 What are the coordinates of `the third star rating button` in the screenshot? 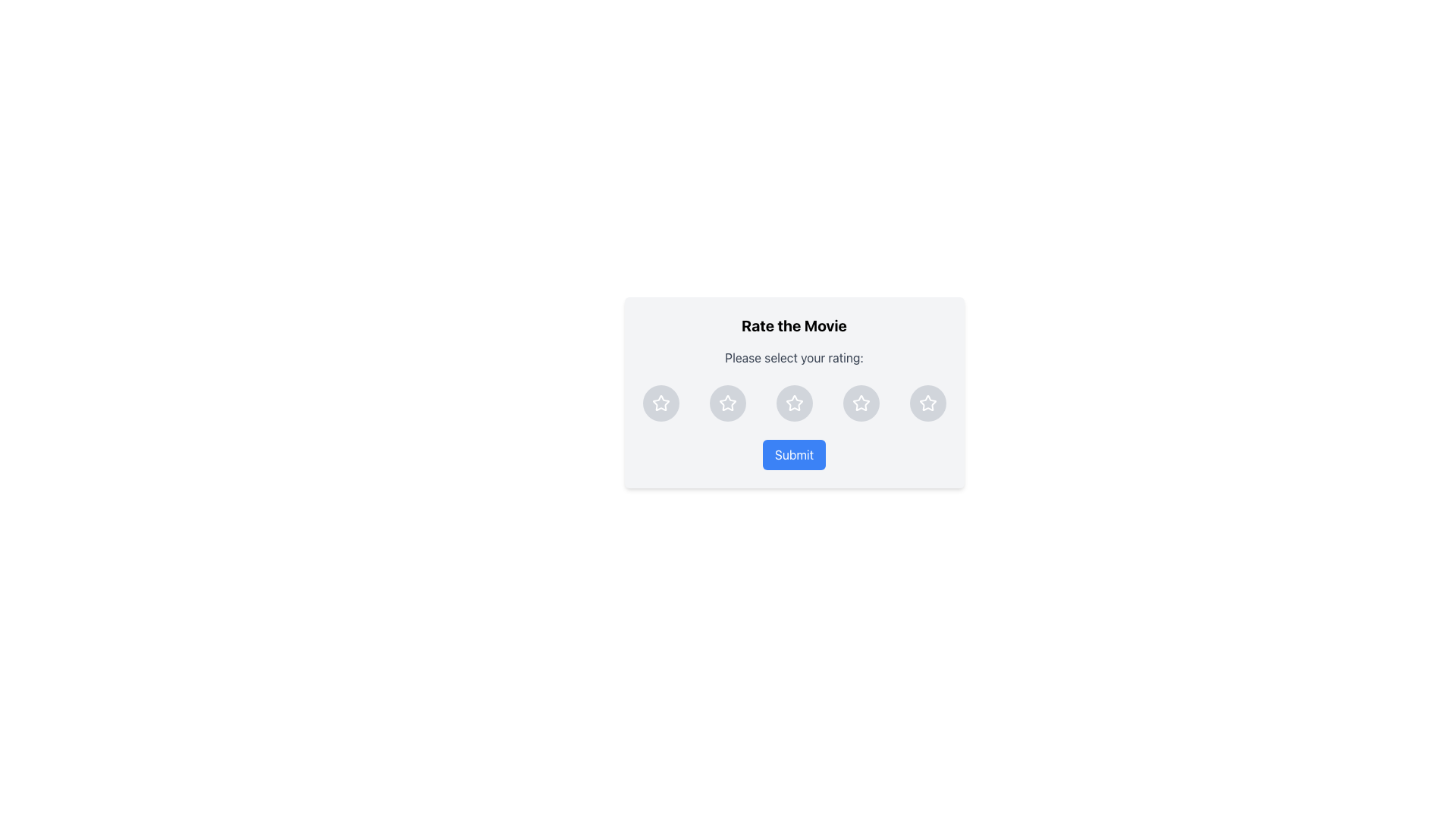 It's located at (793, 403).